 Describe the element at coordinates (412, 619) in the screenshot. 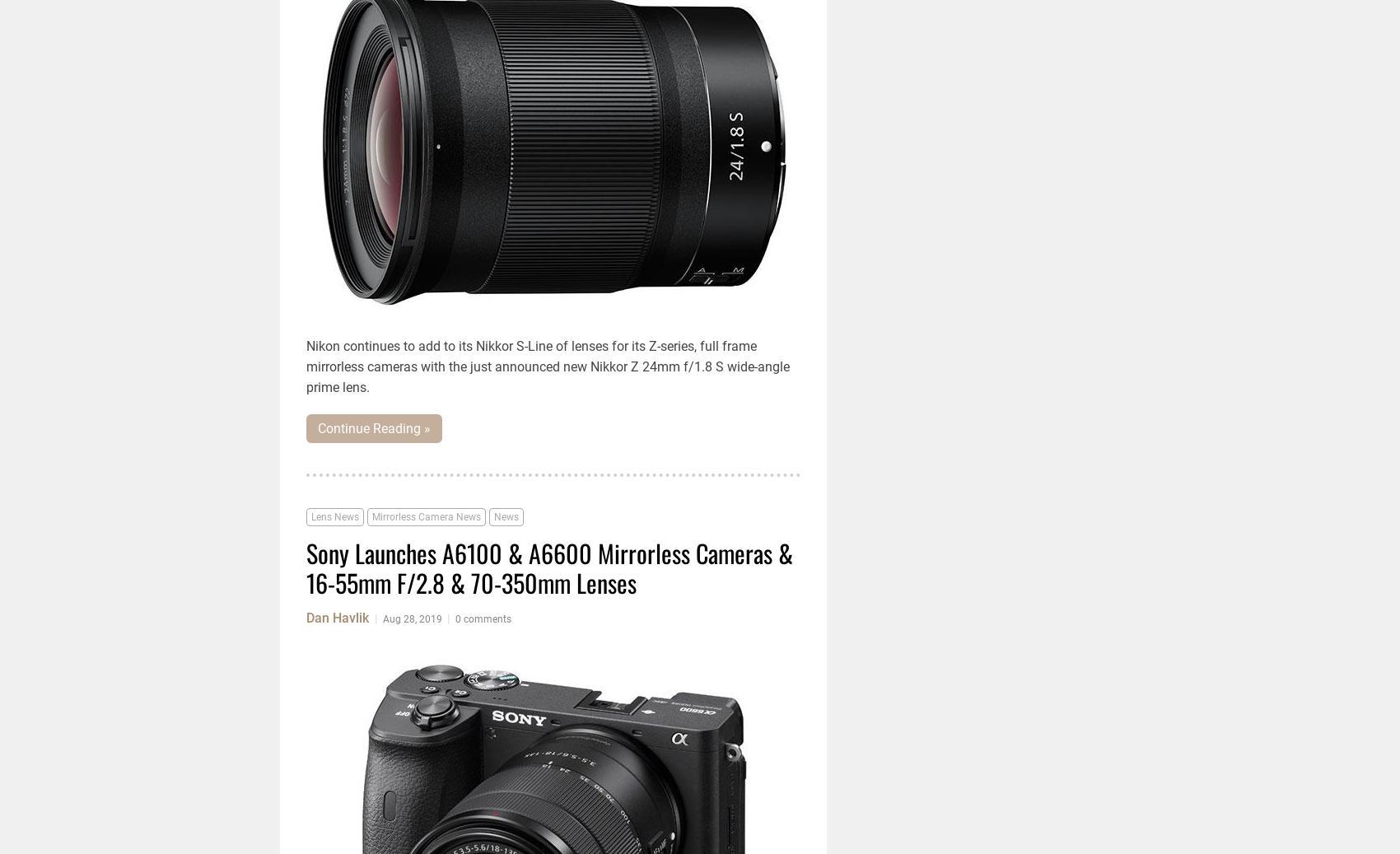

I see `'Aug 28, 2019'` at that location.